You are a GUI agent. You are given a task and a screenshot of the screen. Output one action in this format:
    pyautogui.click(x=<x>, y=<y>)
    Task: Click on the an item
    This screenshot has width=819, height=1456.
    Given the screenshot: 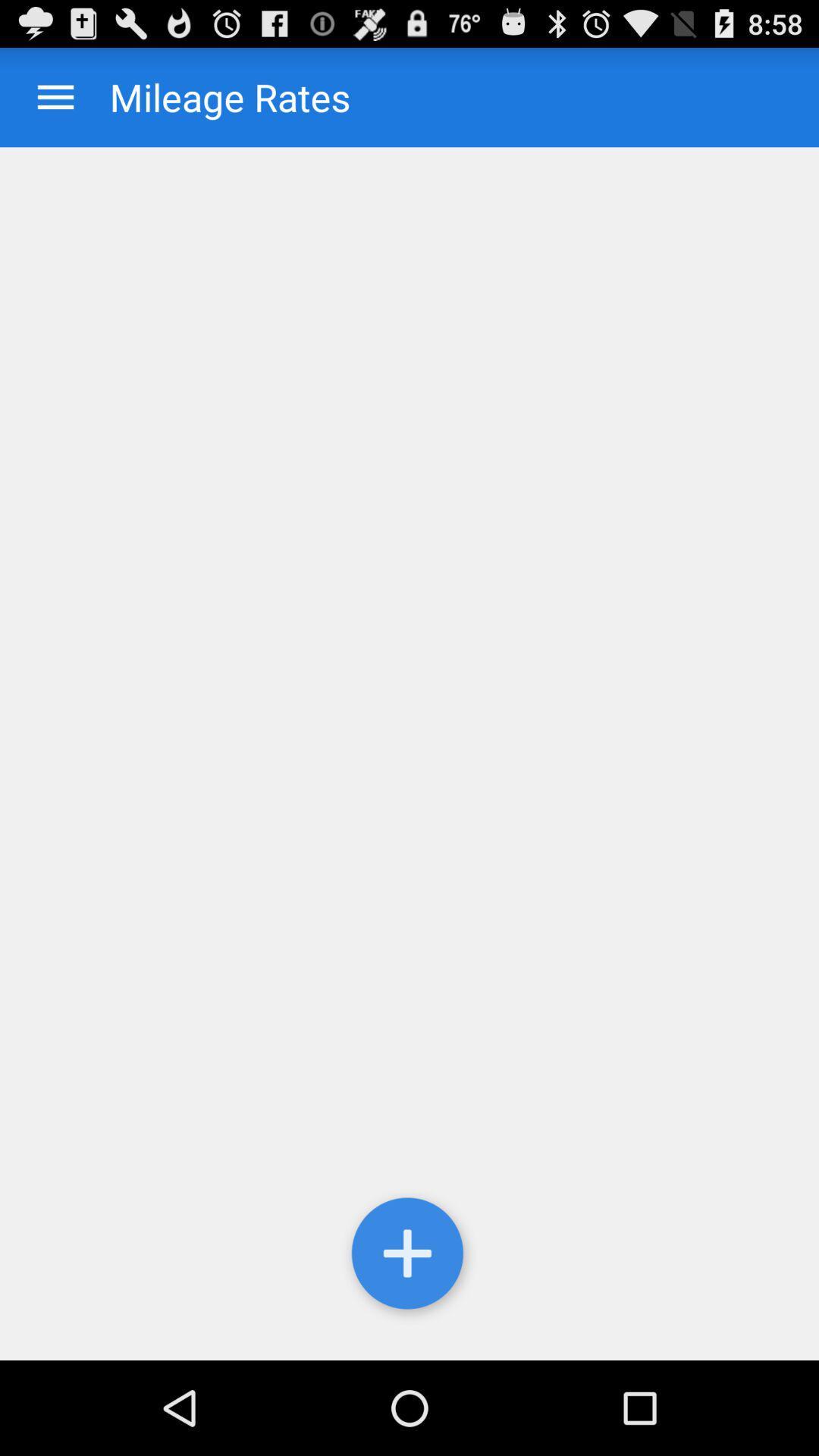 What is the action you would take?
    pyautogui.click(x=409, y=754)
    